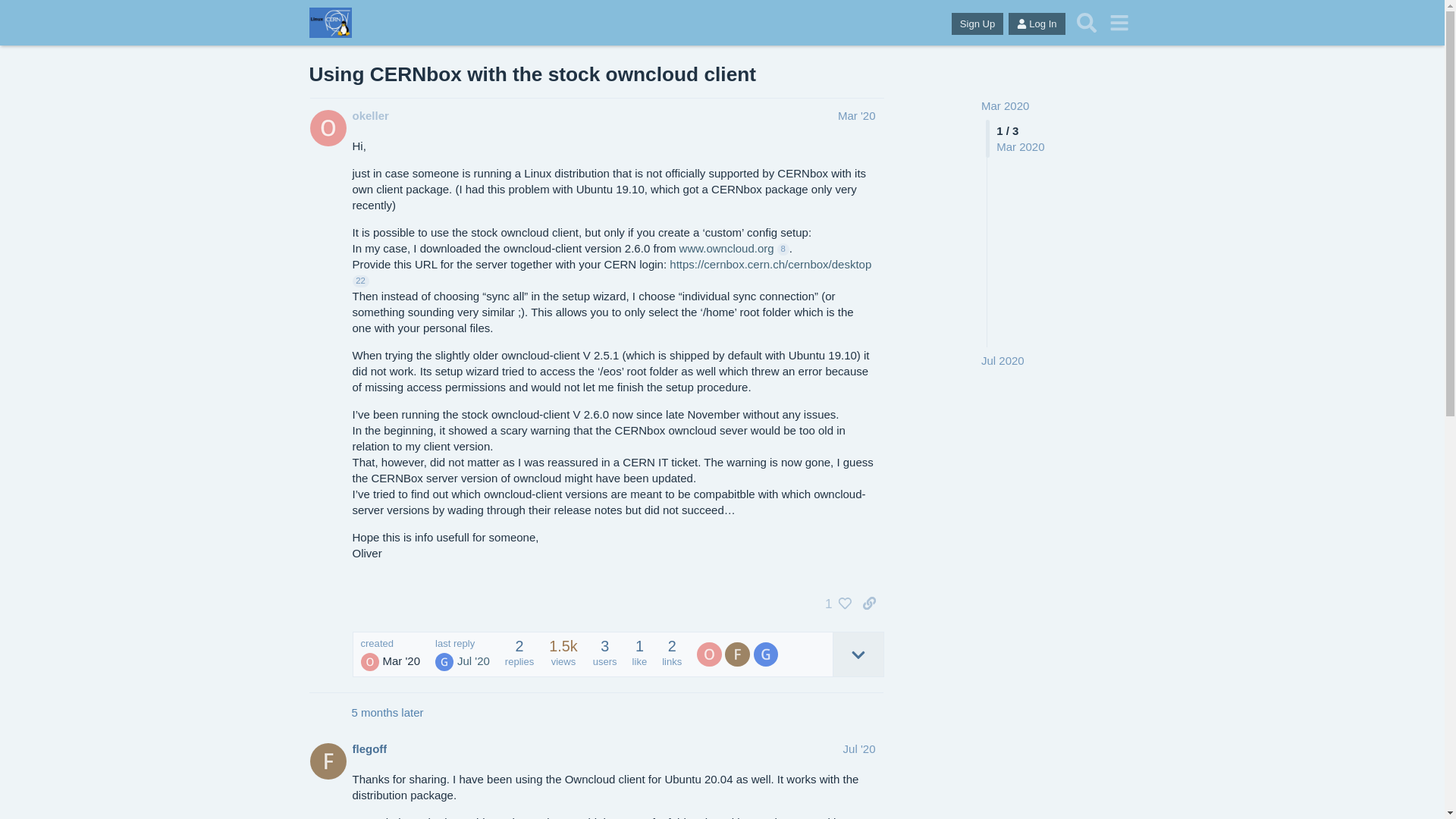  Describe the element at coordinates (843, 748) in the screenshot. I see `'Jul '20'` at that location.